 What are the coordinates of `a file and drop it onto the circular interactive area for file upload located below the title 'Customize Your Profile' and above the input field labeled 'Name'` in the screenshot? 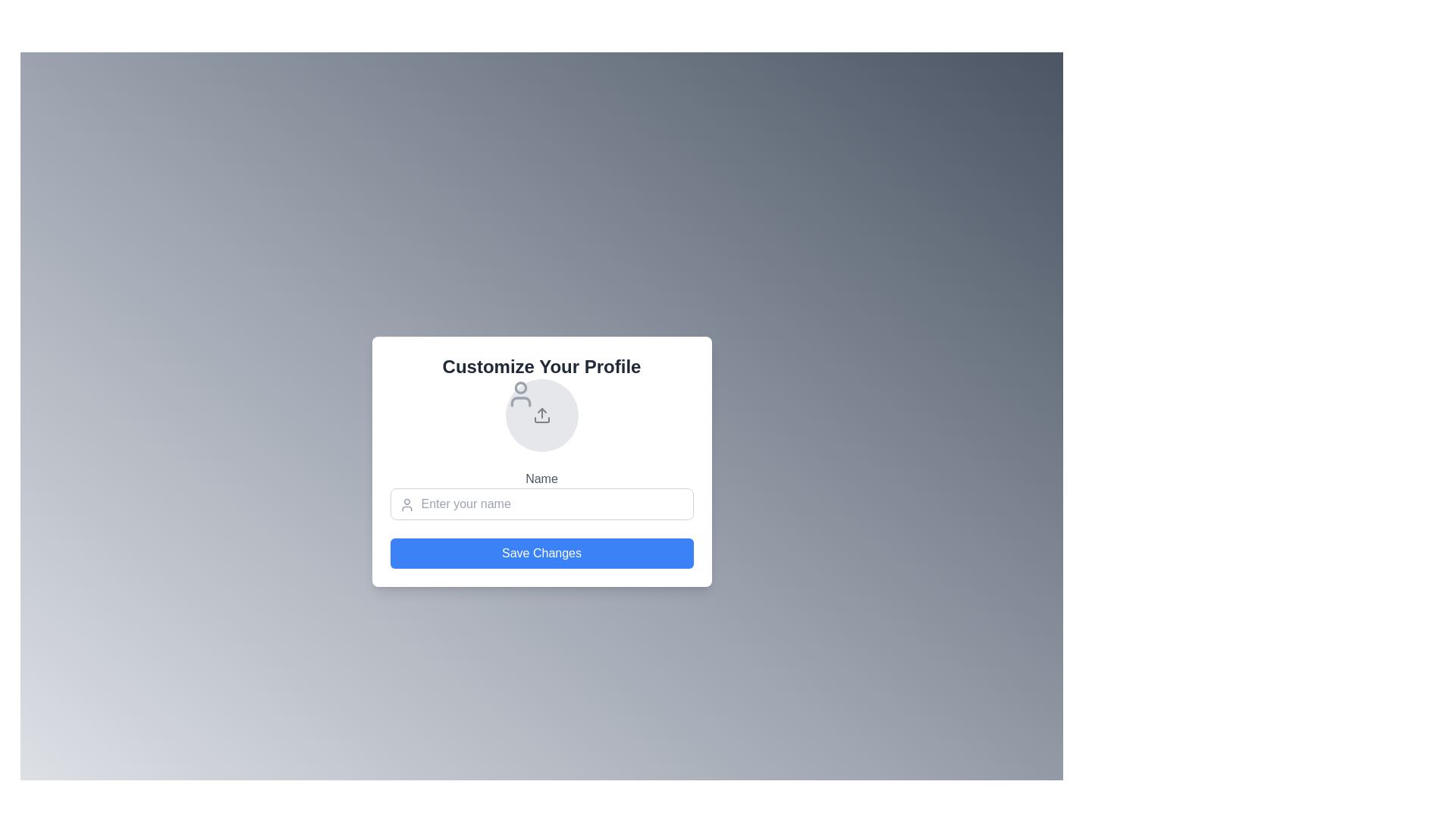 It's located at (541, 415).